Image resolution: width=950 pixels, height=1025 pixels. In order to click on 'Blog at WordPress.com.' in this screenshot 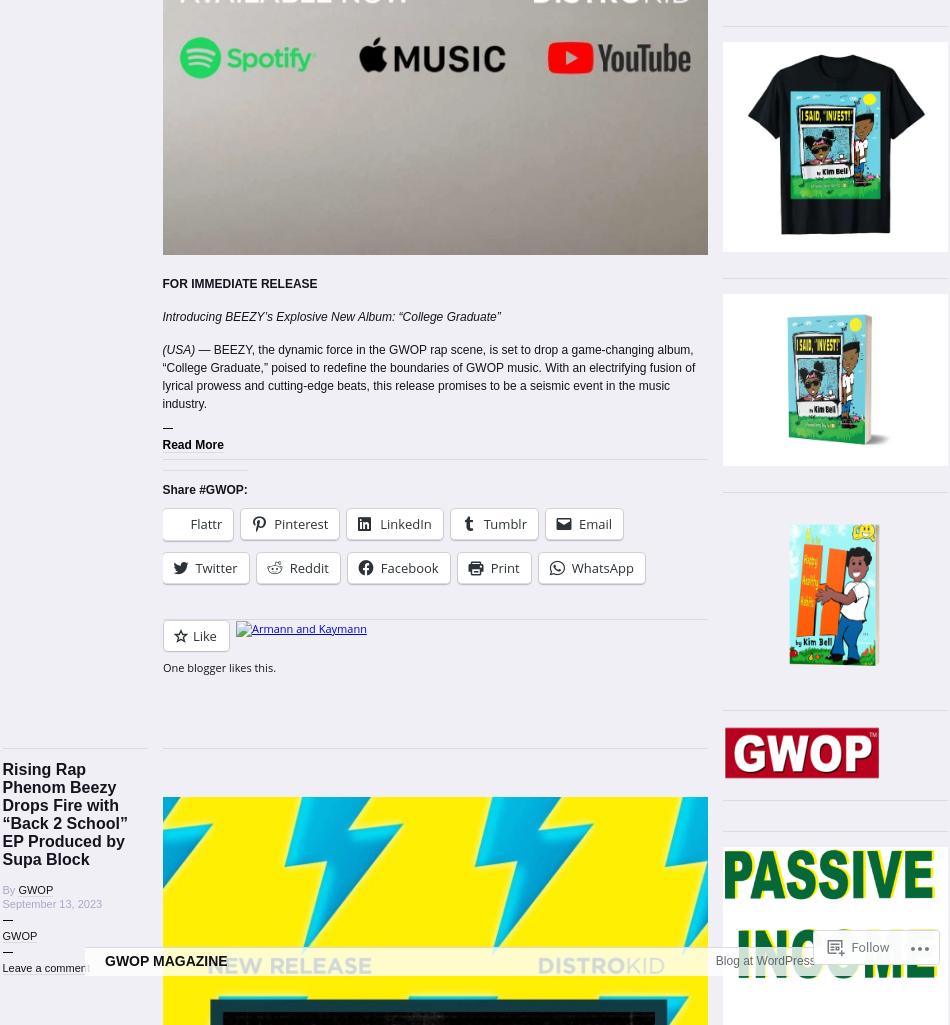, I will do `click(779, 1009)`.